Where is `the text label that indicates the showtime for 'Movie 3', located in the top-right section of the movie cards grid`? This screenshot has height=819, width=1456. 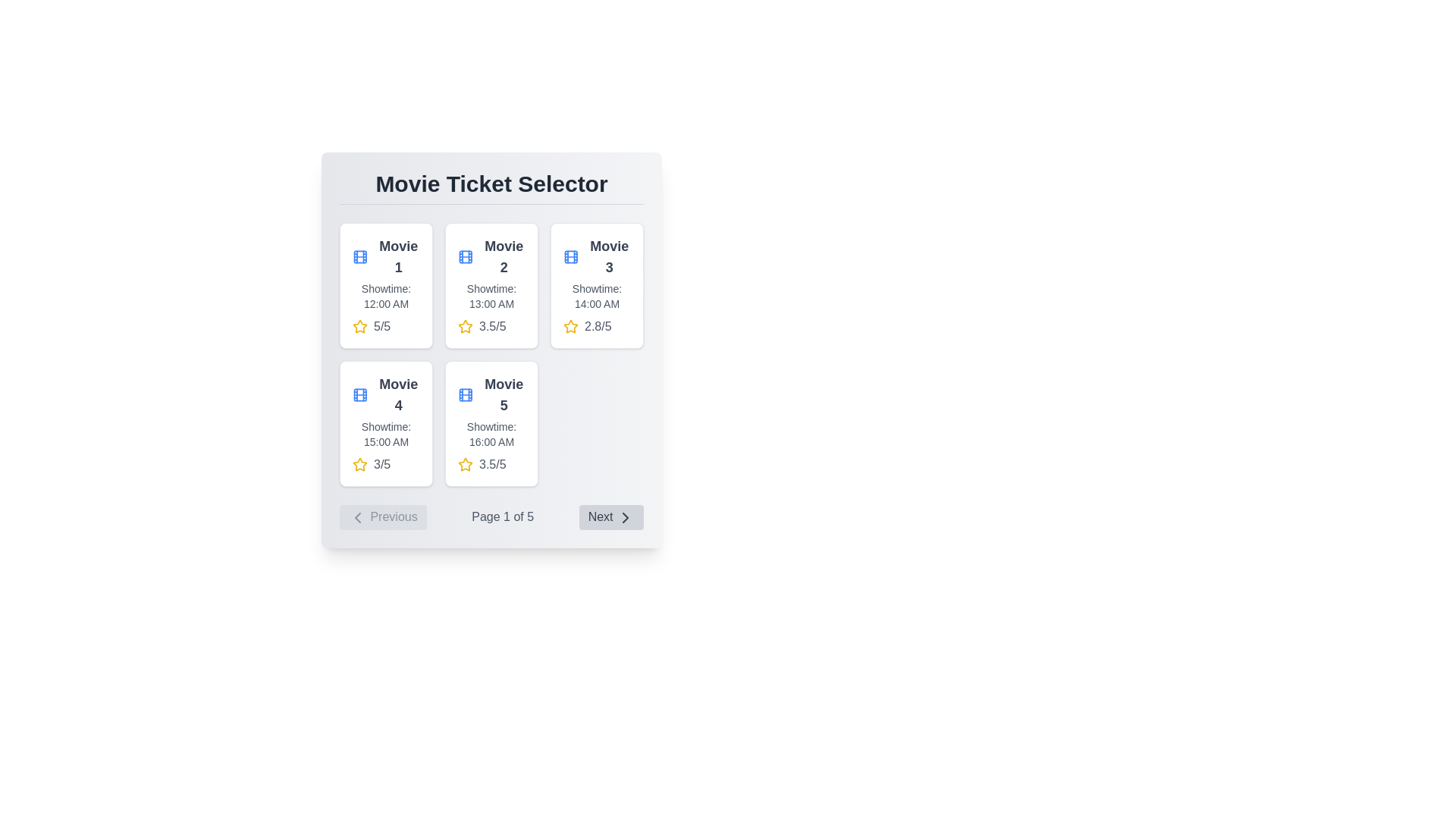
the text label that indicates the showtime for 'Movie 3', located in the top-right section of the movie cards grid is located at coordinates (596, 296).